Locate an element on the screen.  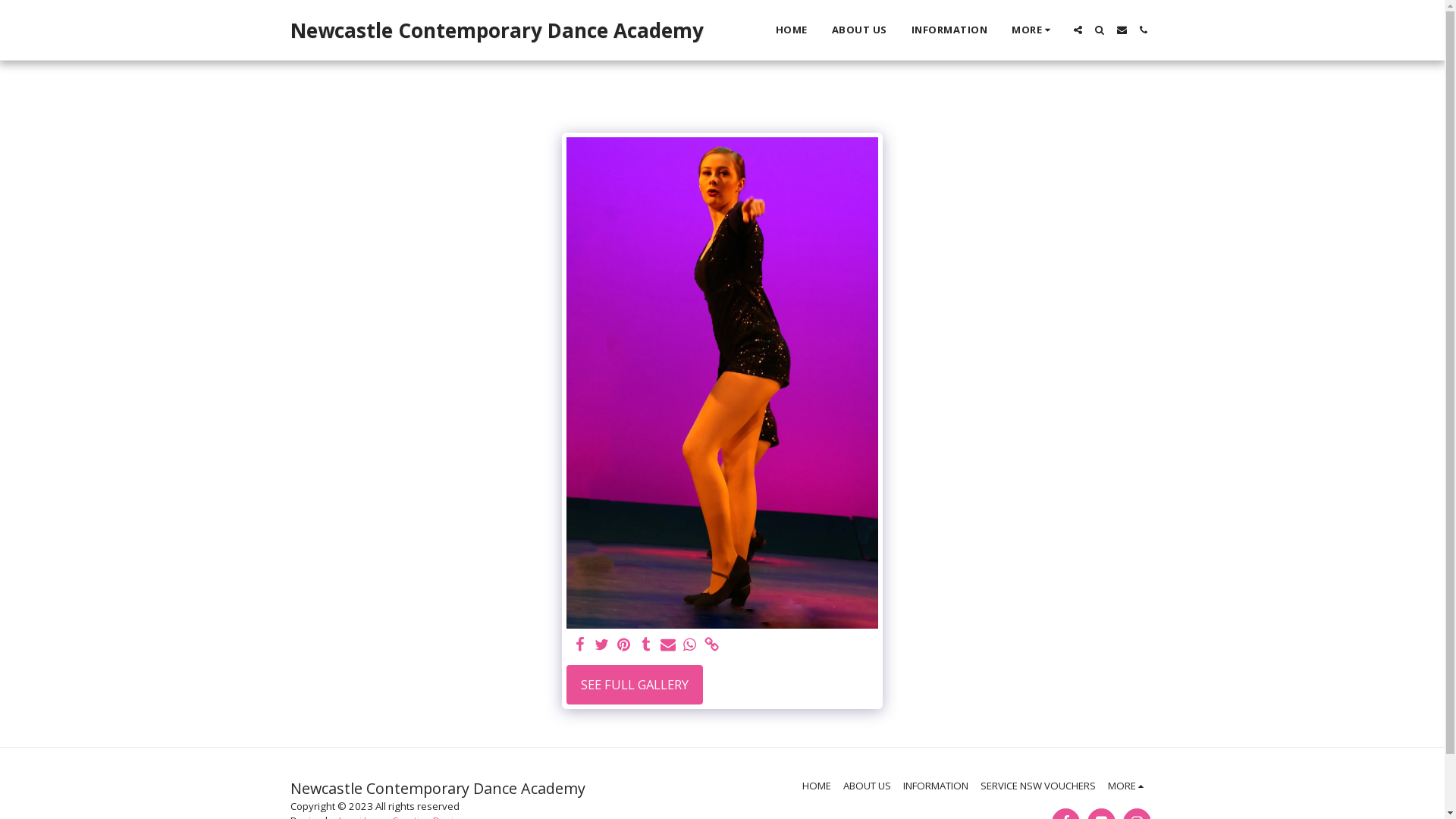
'HOME' is located at coordinates (815, 785).